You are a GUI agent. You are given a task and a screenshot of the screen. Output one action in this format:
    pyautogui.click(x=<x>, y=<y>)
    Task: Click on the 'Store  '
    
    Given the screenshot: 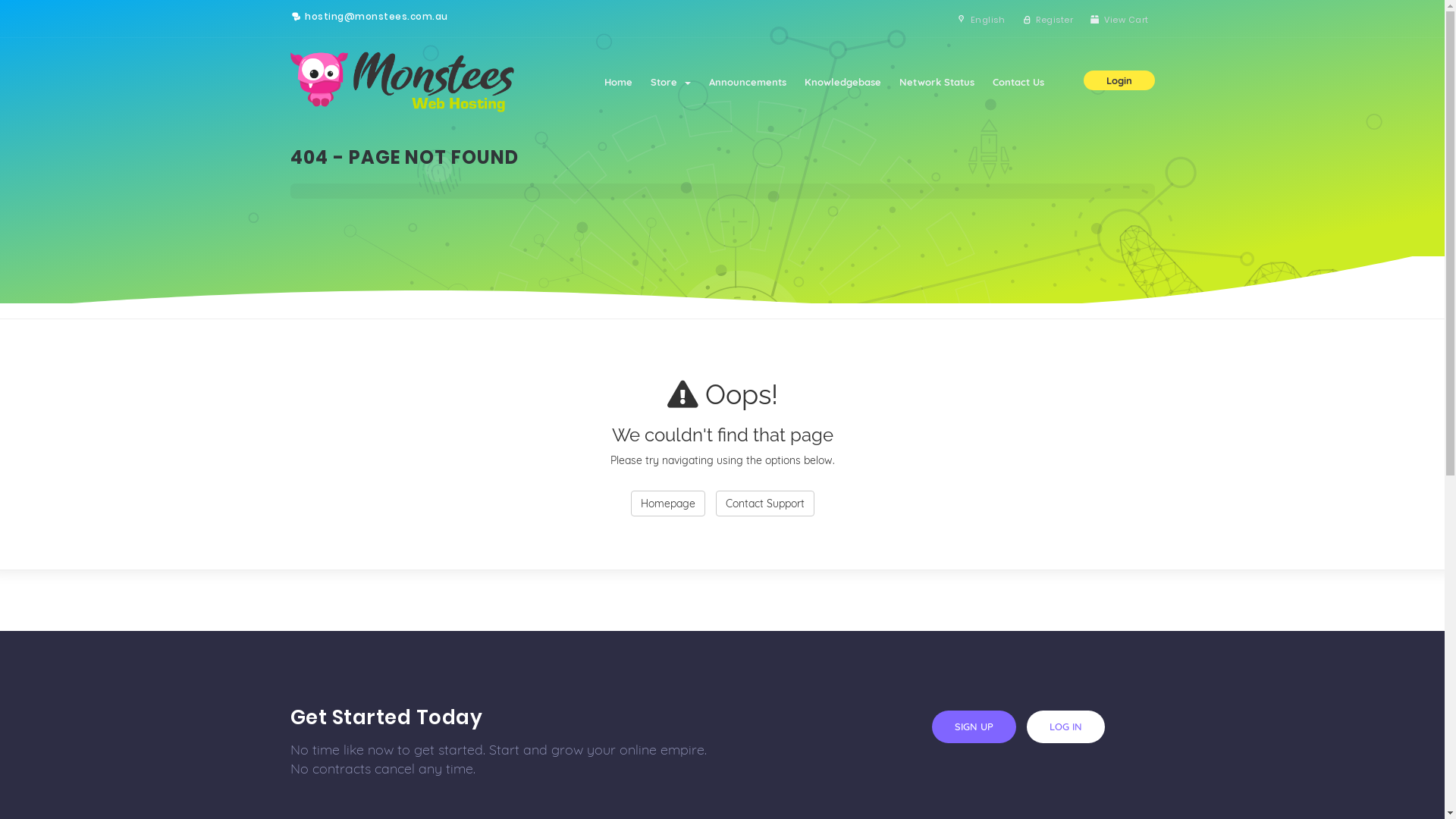 What is the action you would take?
    pyautogui.click(x=670, y=82)
    